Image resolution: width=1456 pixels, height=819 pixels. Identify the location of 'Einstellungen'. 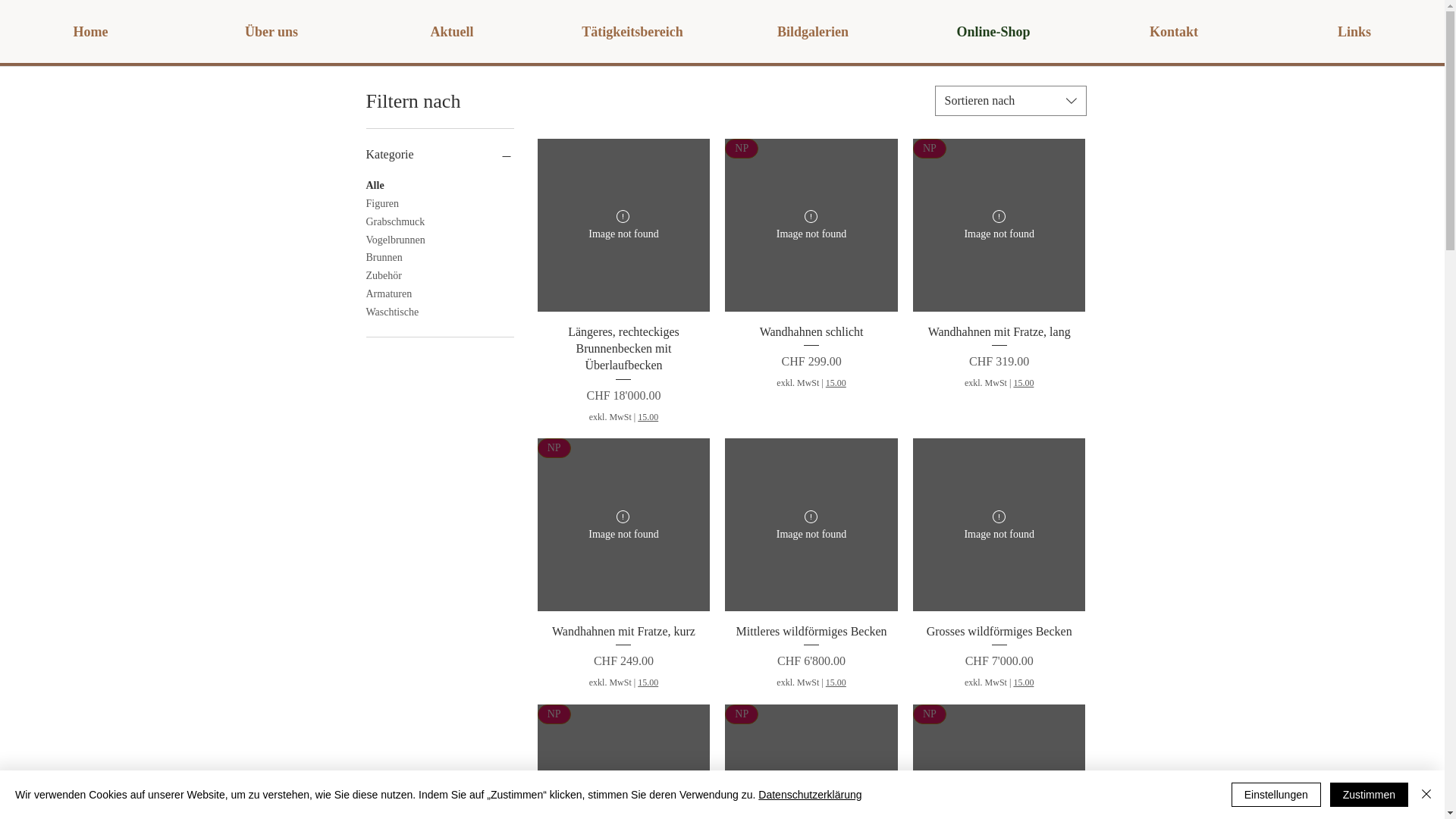
(1231, 794).